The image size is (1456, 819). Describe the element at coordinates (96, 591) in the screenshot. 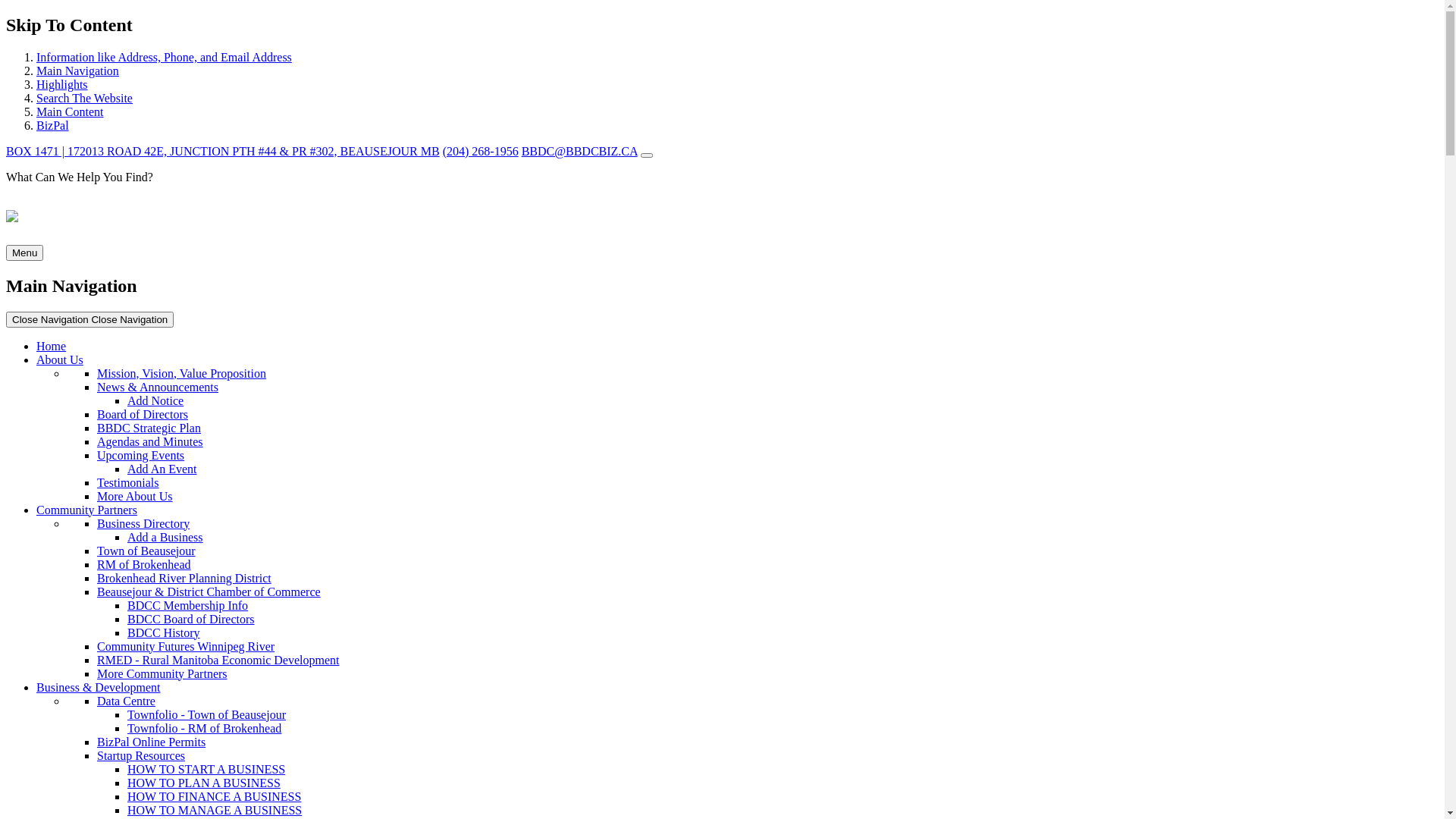

I see `'Beausejour & District Chamber of Commerce'` at that location.